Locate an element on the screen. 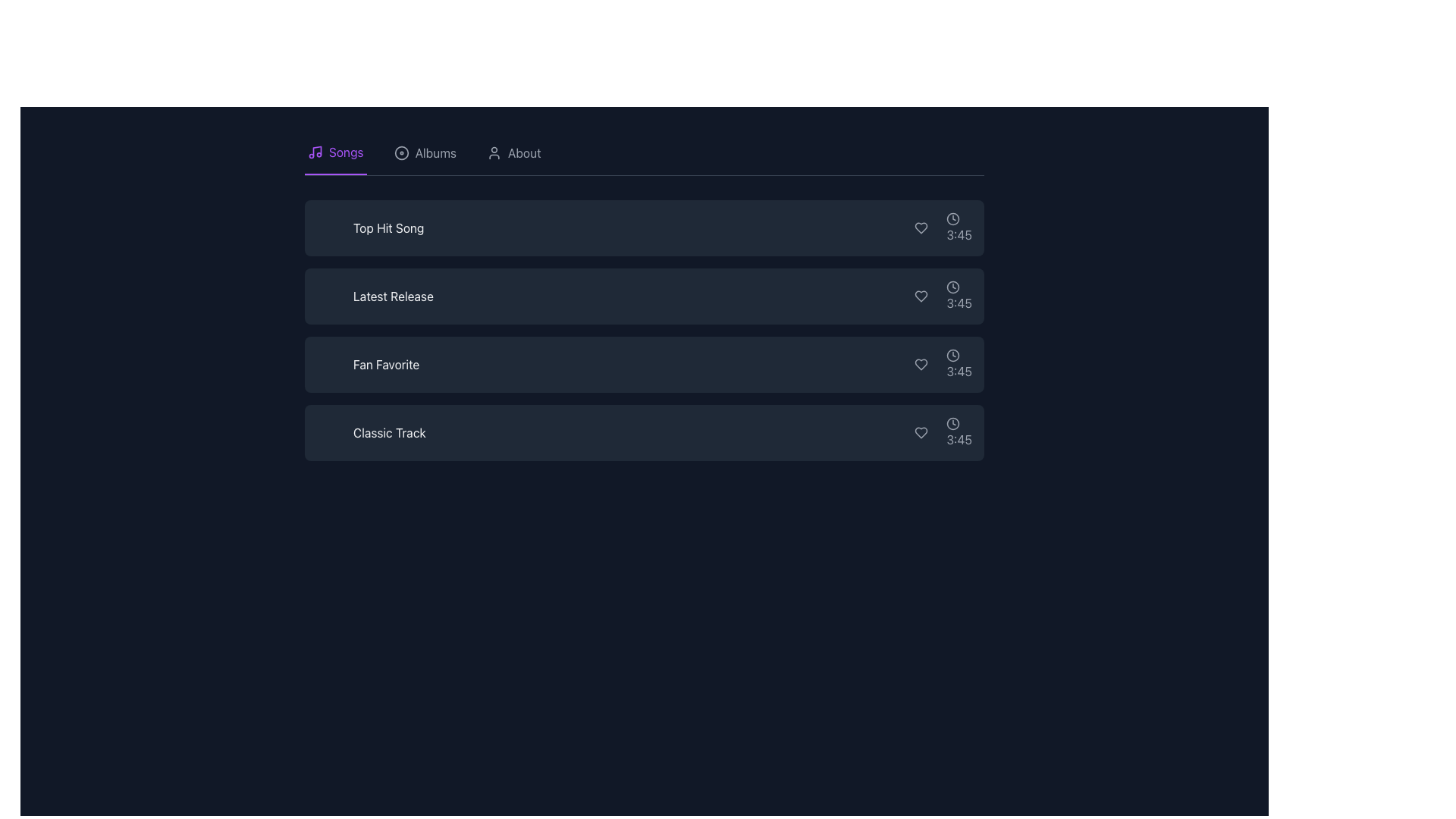 Image resolution: width=1456 pixels, height=819 pixels. the favorite button located in the third row of the list, which is the first icon to the left of the time indicator '3:45' and to the right of the item's description is located at coordinates (921, 365).